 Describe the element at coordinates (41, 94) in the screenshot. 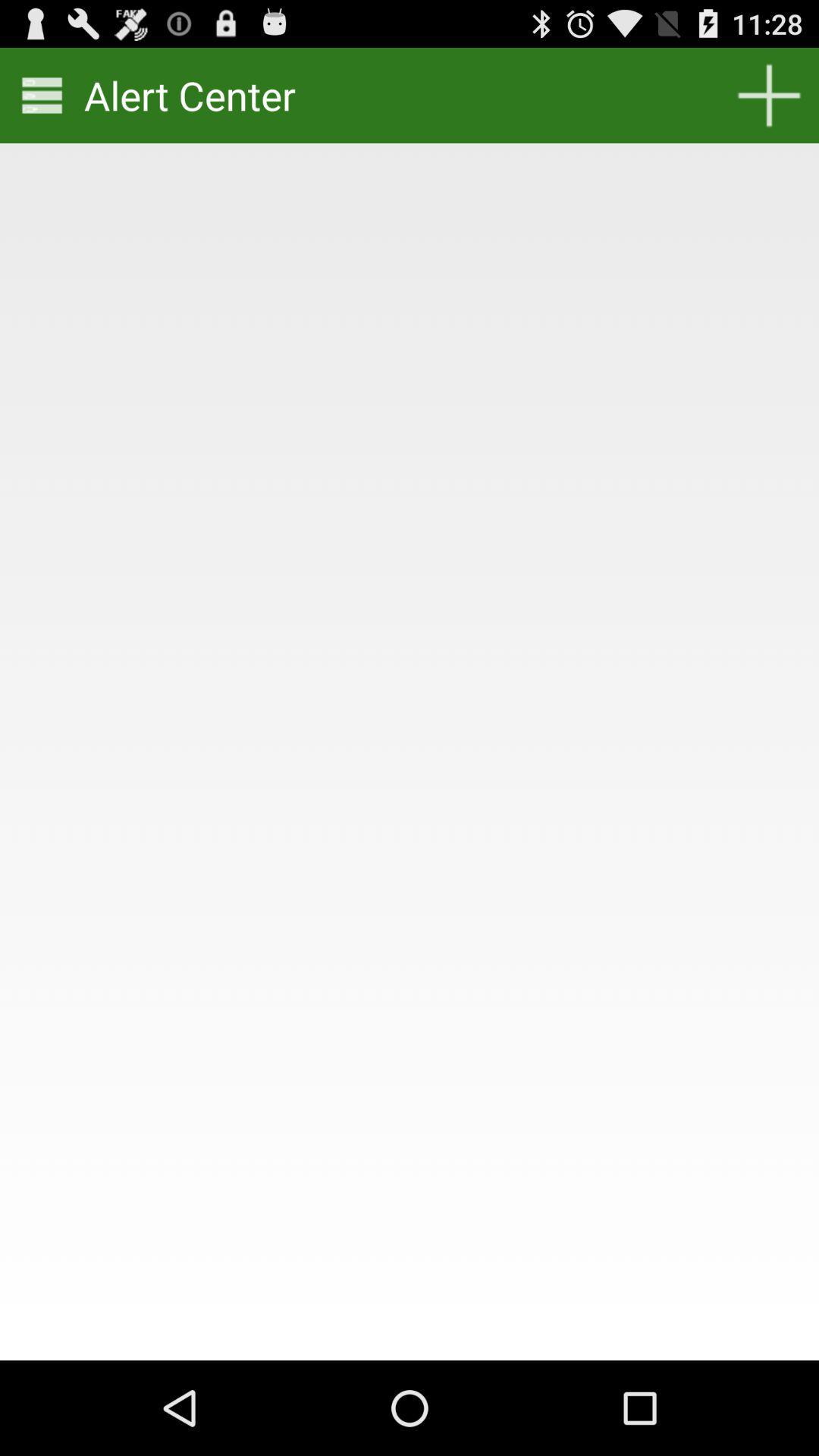

I see `the item next to the alert center app` at that location.